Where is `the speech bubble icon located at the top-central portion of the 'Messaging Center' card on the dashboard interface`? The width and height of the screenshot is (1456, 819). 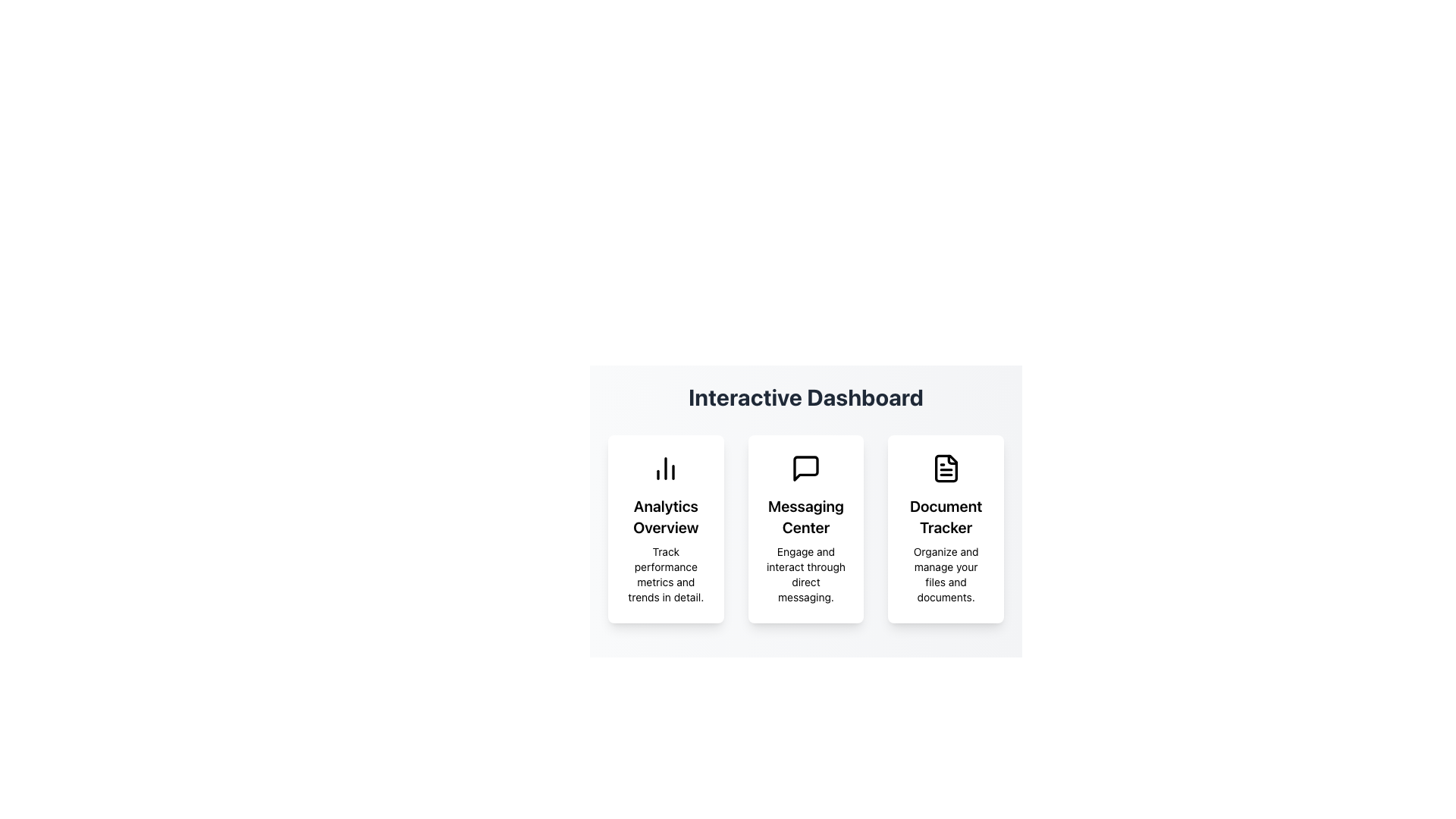 the speech bubble icon located at the top-central portion of the 'Messaging Center' card on the dashboard interface is located at coordinates (805, 467).